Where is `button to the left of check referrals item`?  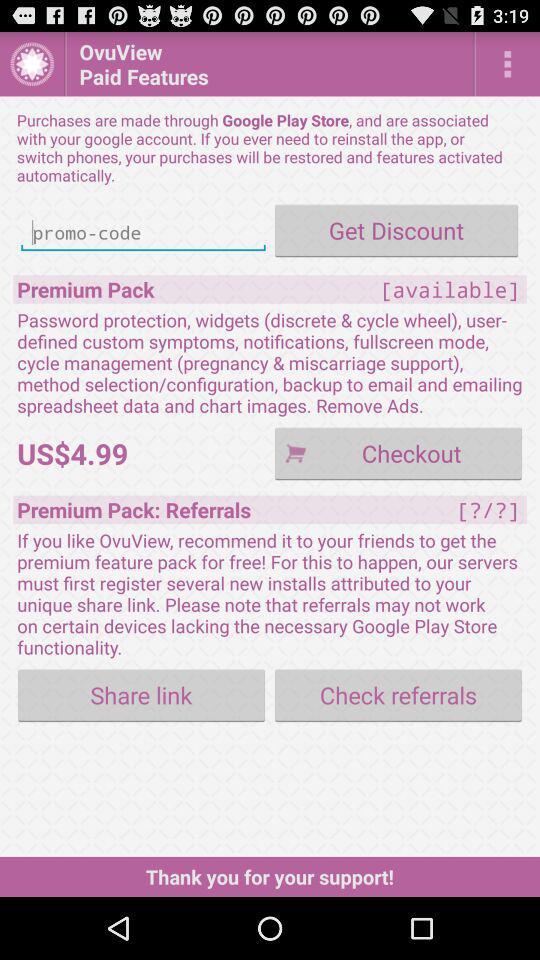
button to the left of check referrals item is located at coordinates (140, 695).